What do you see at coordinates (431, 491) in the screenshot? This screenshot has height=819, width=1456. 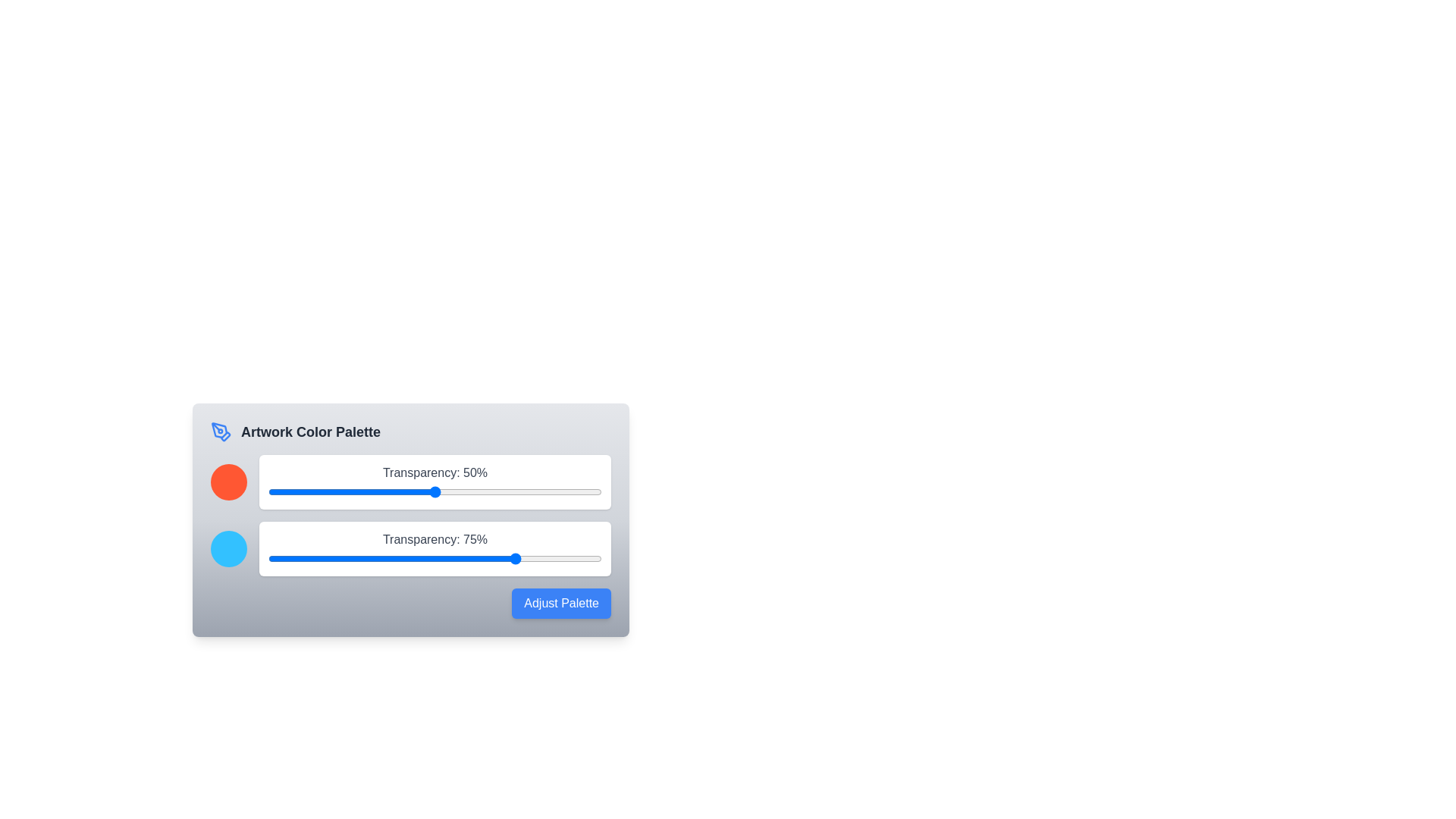 I see `the transparency slider for color 1 to 49%` at bounding box center [431, 491].